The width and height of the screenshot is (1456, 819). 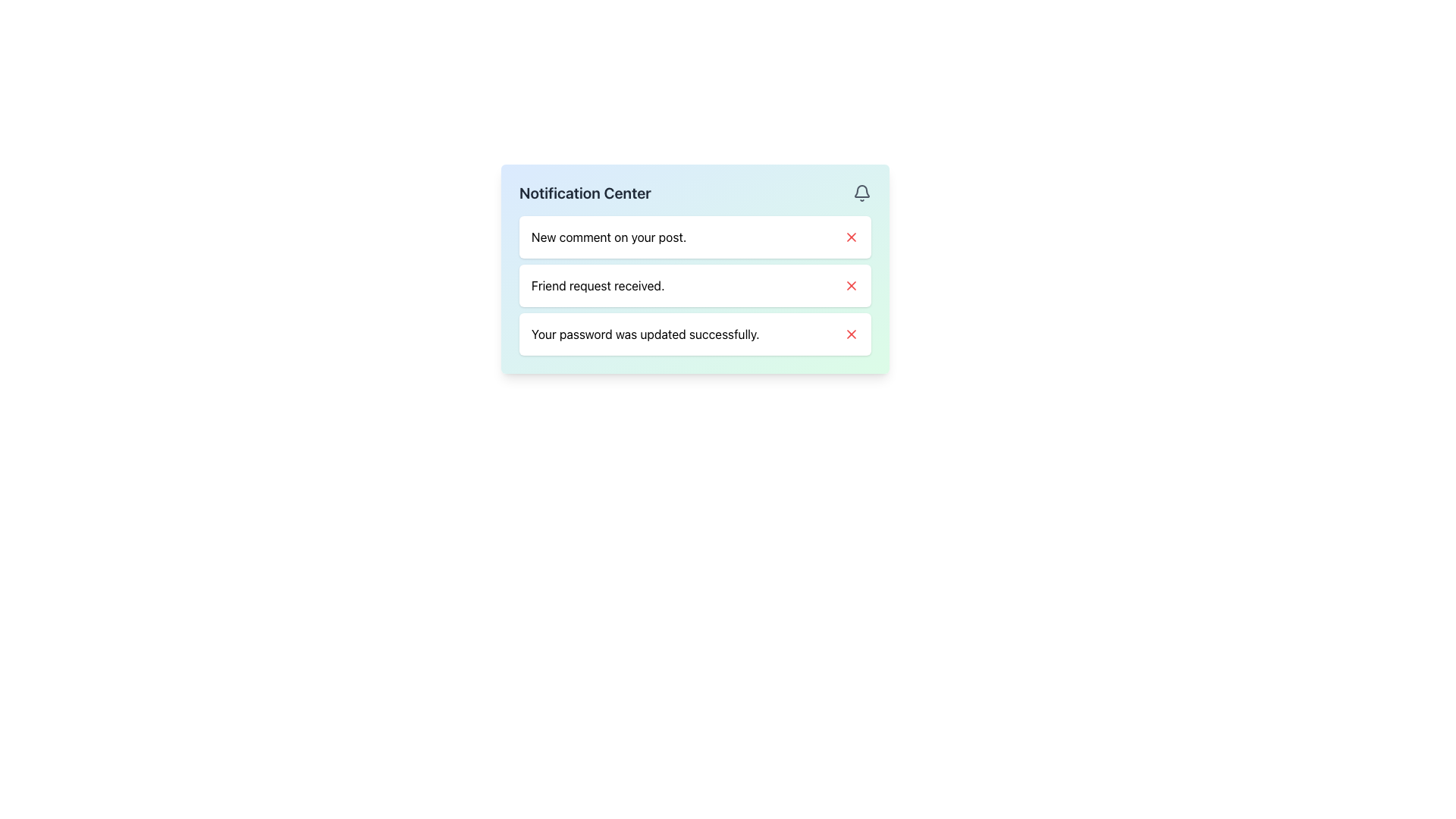 What do you see at coordinates (862, 192) in the screenshot?
I see `the bell icon located to the right of the 'Notification Center' text header to trigger the hover effect` at bounding box center [862, 192].